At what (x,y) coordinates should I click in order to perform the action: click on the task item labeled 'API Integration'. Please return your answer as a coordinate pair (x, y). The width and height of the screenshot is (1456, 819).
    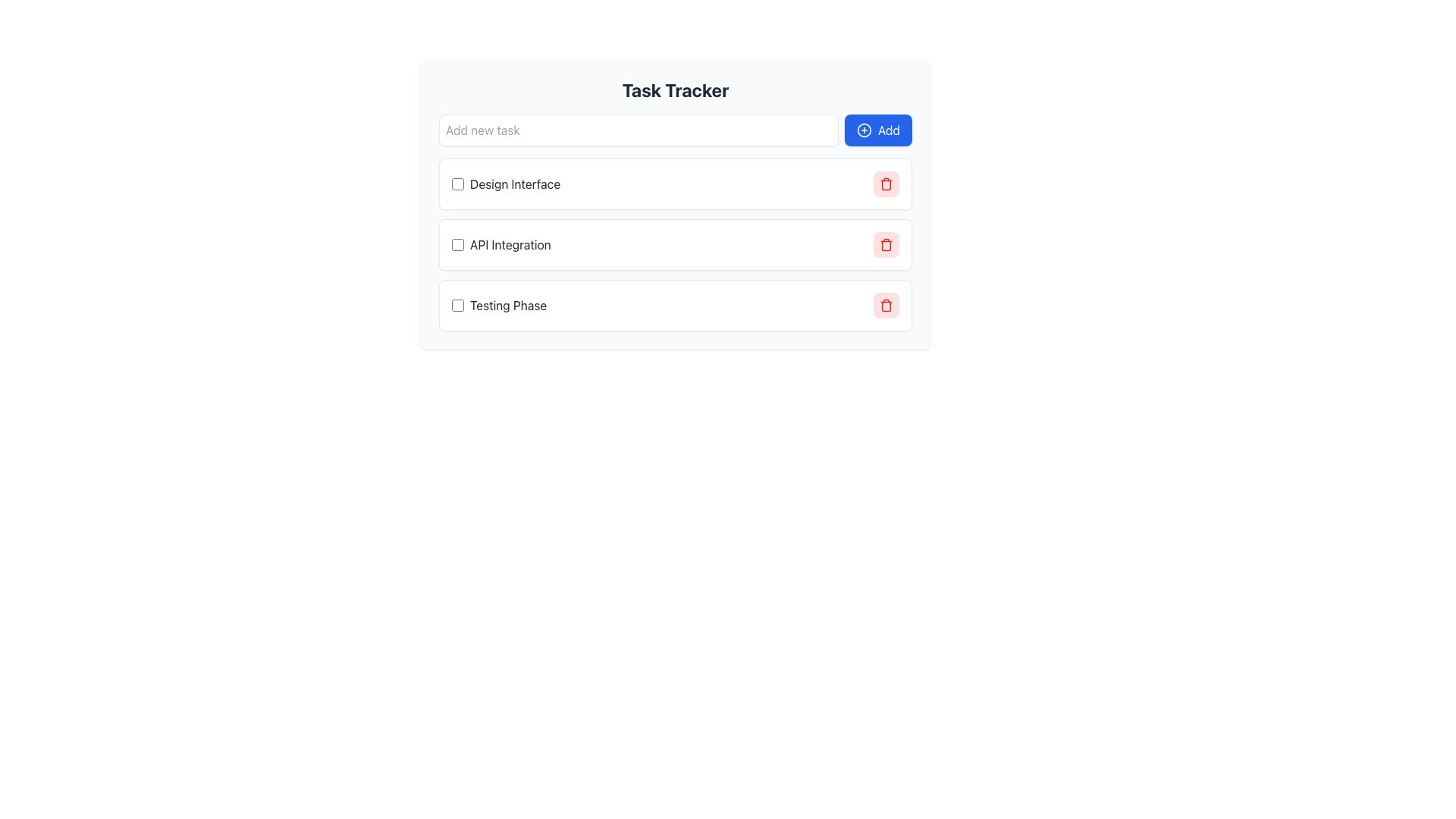
    Looking at the image, I should click on (675, 244).